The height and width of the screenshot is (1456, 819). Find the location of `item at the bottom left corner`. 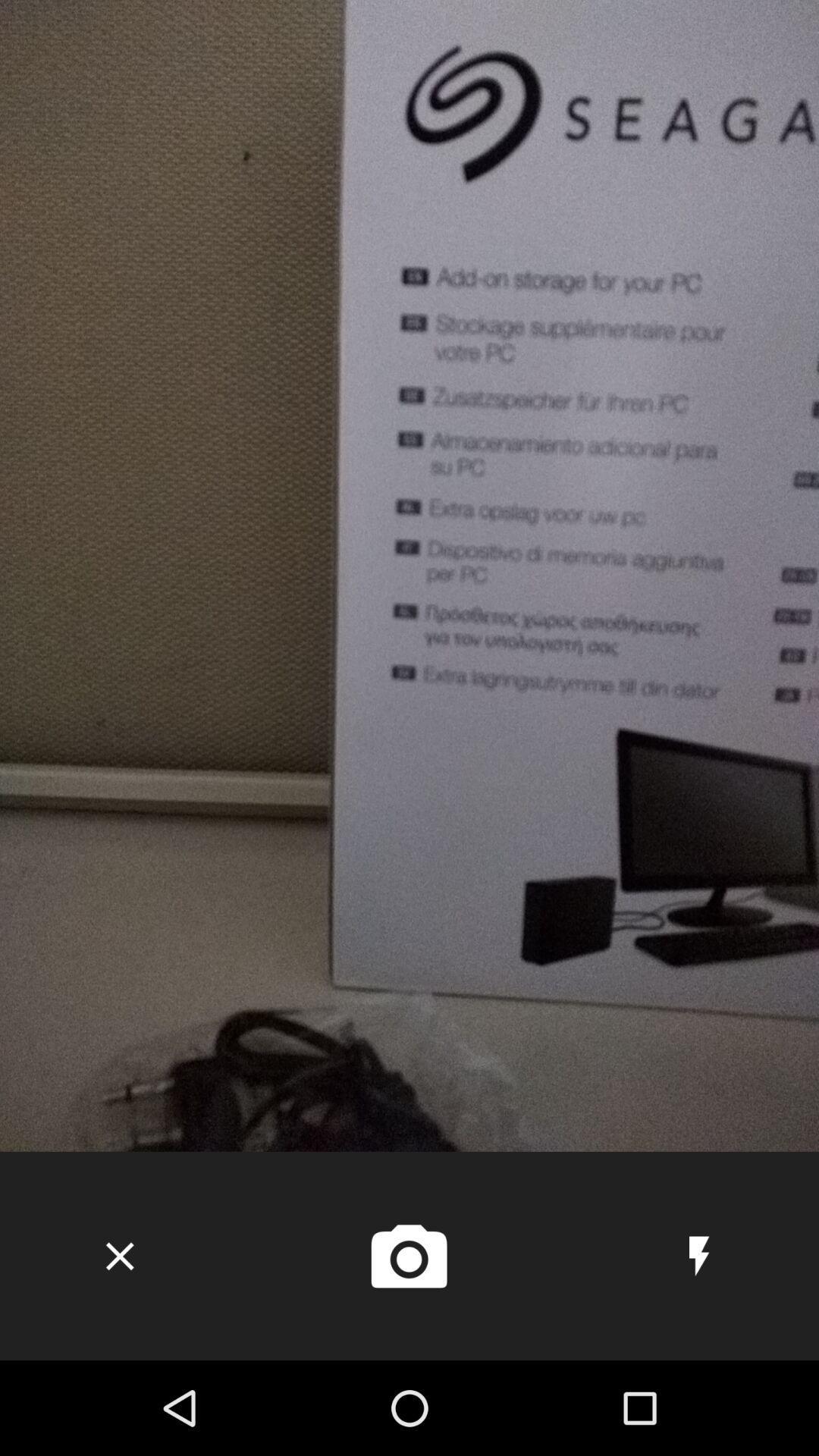

item at the bottom left corner is located at coordinates (118, 1256).